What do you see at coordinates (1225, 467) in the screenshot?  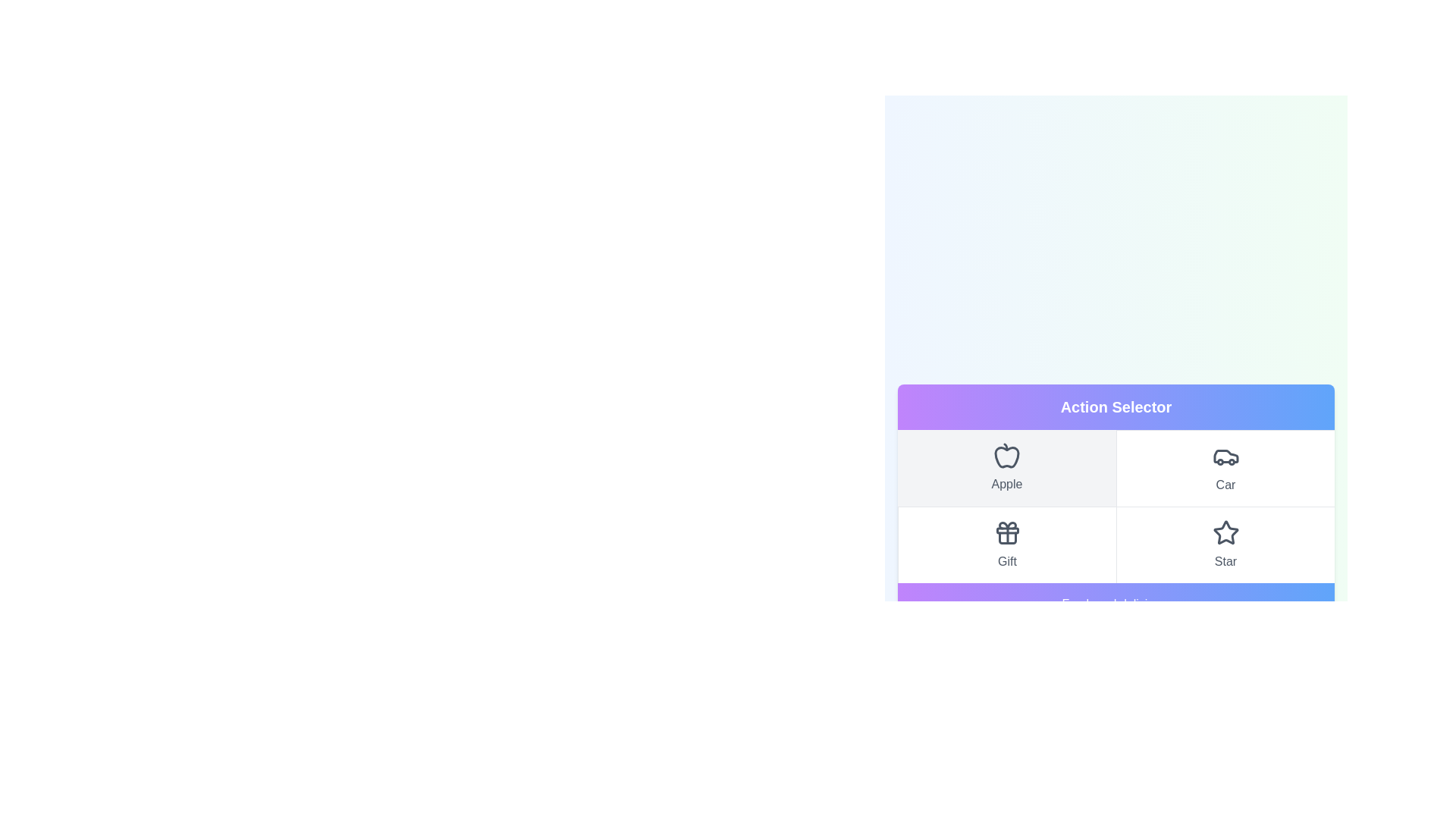 I see `the interactive card labeled 'Car' in the Action Selector section, located in the second column of the first row of the grid` at bounding box center [1225, 467].